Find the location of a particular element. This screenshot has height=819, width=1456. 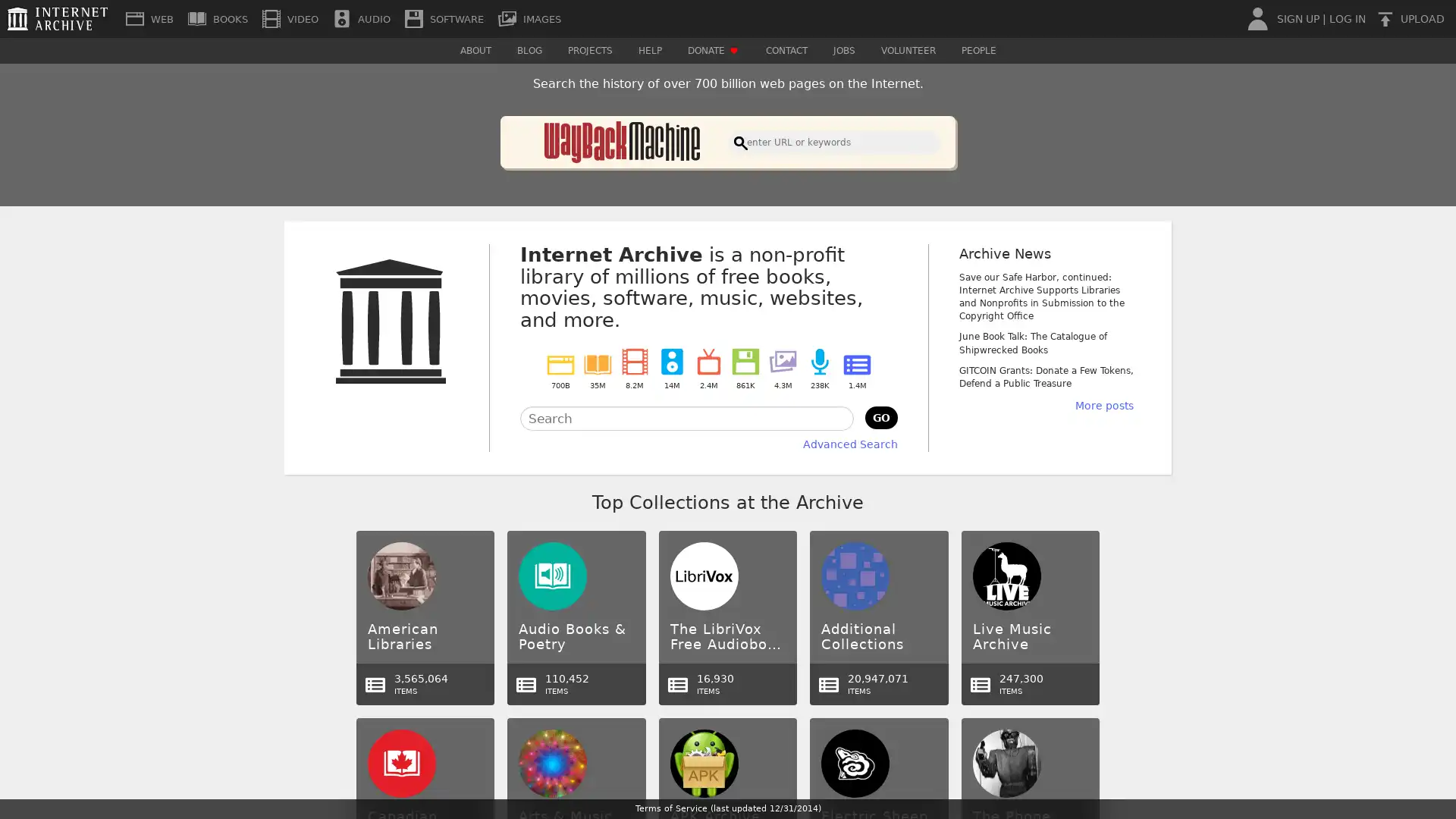

GO is located at coordinates (881, 417).